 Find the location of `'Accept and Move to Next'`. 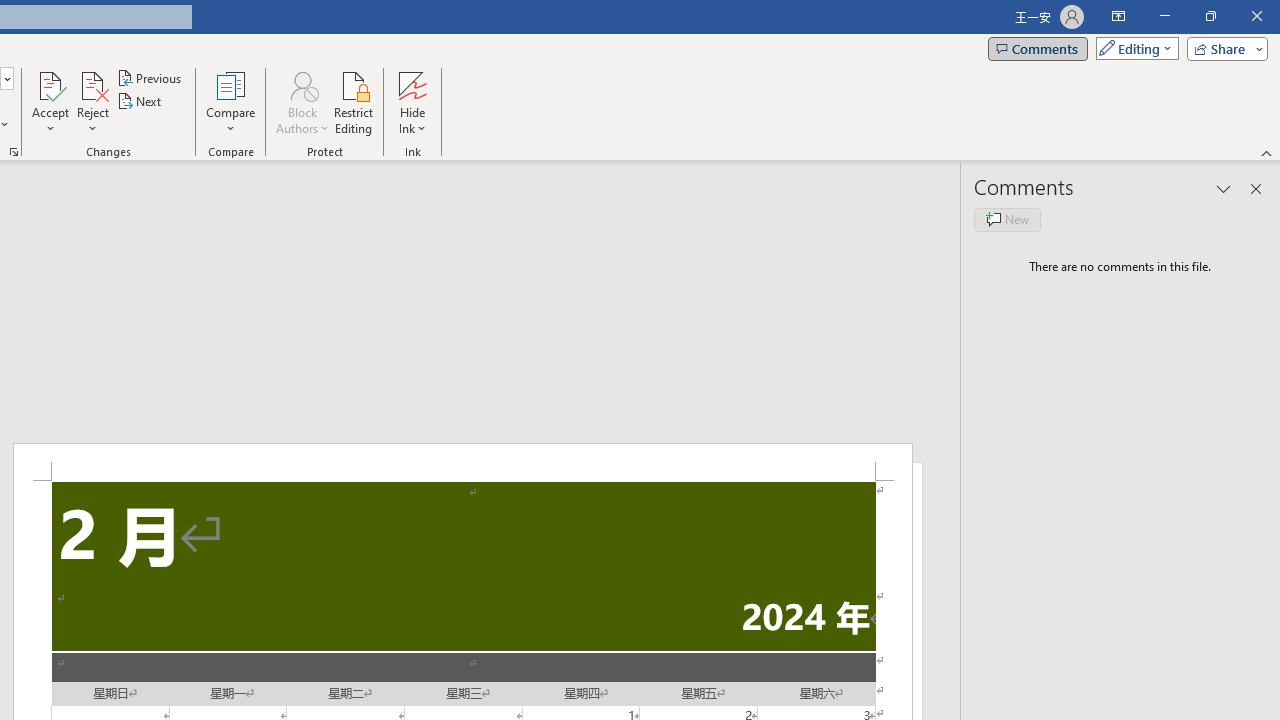

'Accept and Move to Next' is located at coordinates (50, 84).